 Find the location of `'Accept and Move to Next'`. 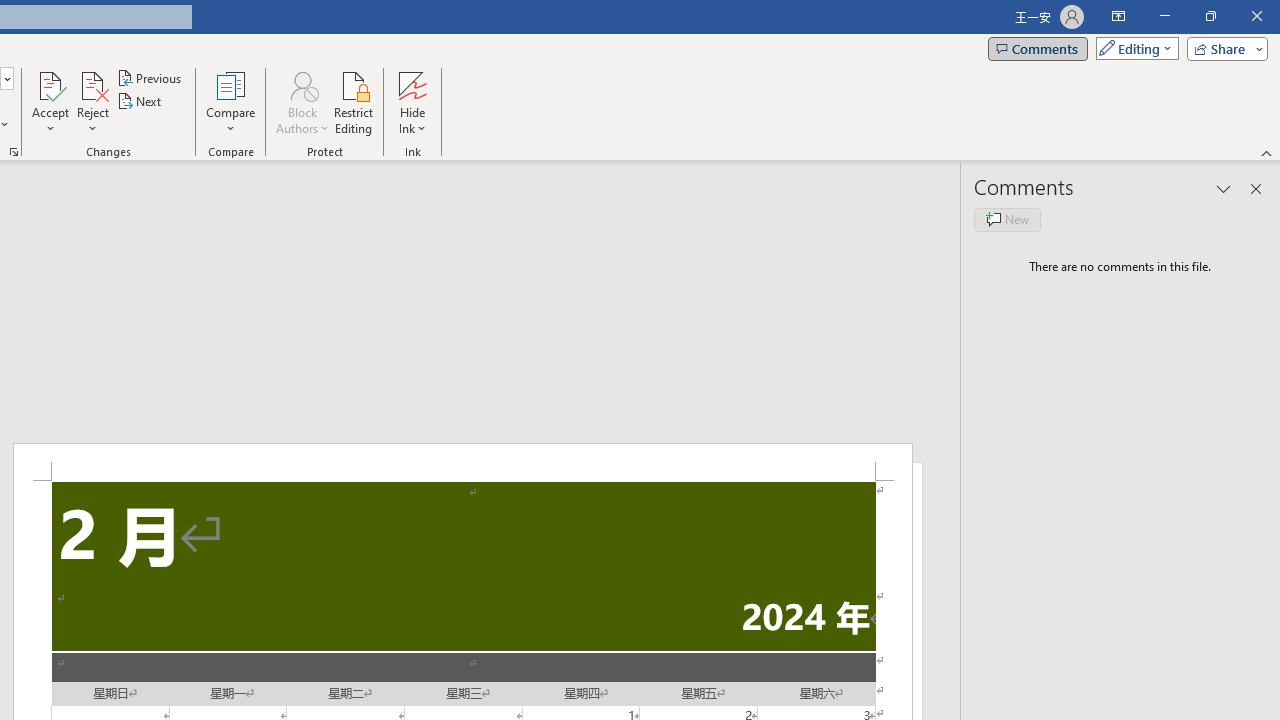

'Accept and Move to Next' is located at coordinates (50, 84).